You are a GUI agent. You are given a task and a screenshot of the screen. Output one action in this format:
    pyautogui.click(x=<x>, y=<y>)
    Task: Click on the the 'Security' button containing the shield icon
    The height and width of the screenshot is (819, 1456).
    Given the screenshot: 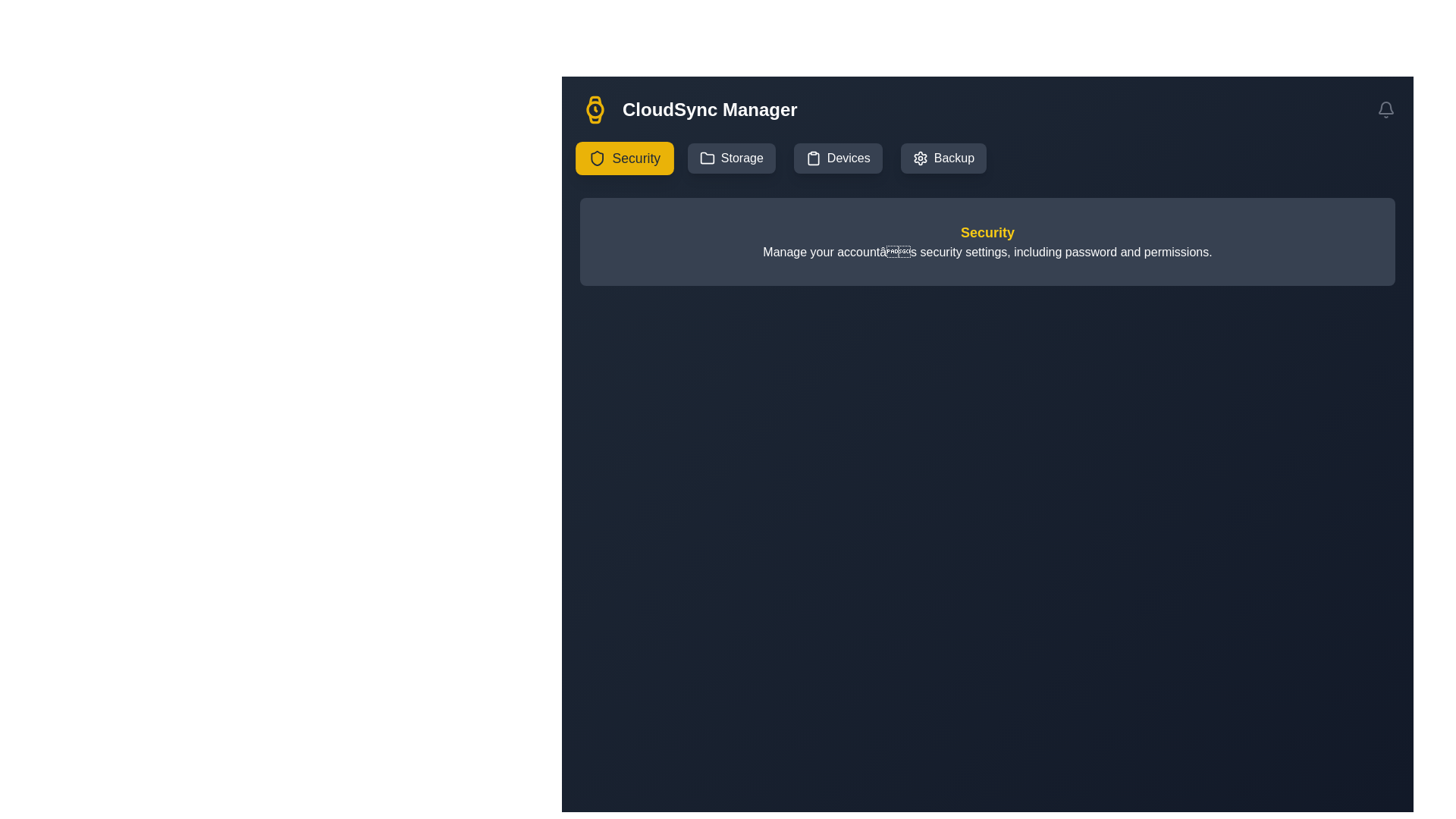 What is the action you would take?
    pyautogui.click(x=596, y=158)
    